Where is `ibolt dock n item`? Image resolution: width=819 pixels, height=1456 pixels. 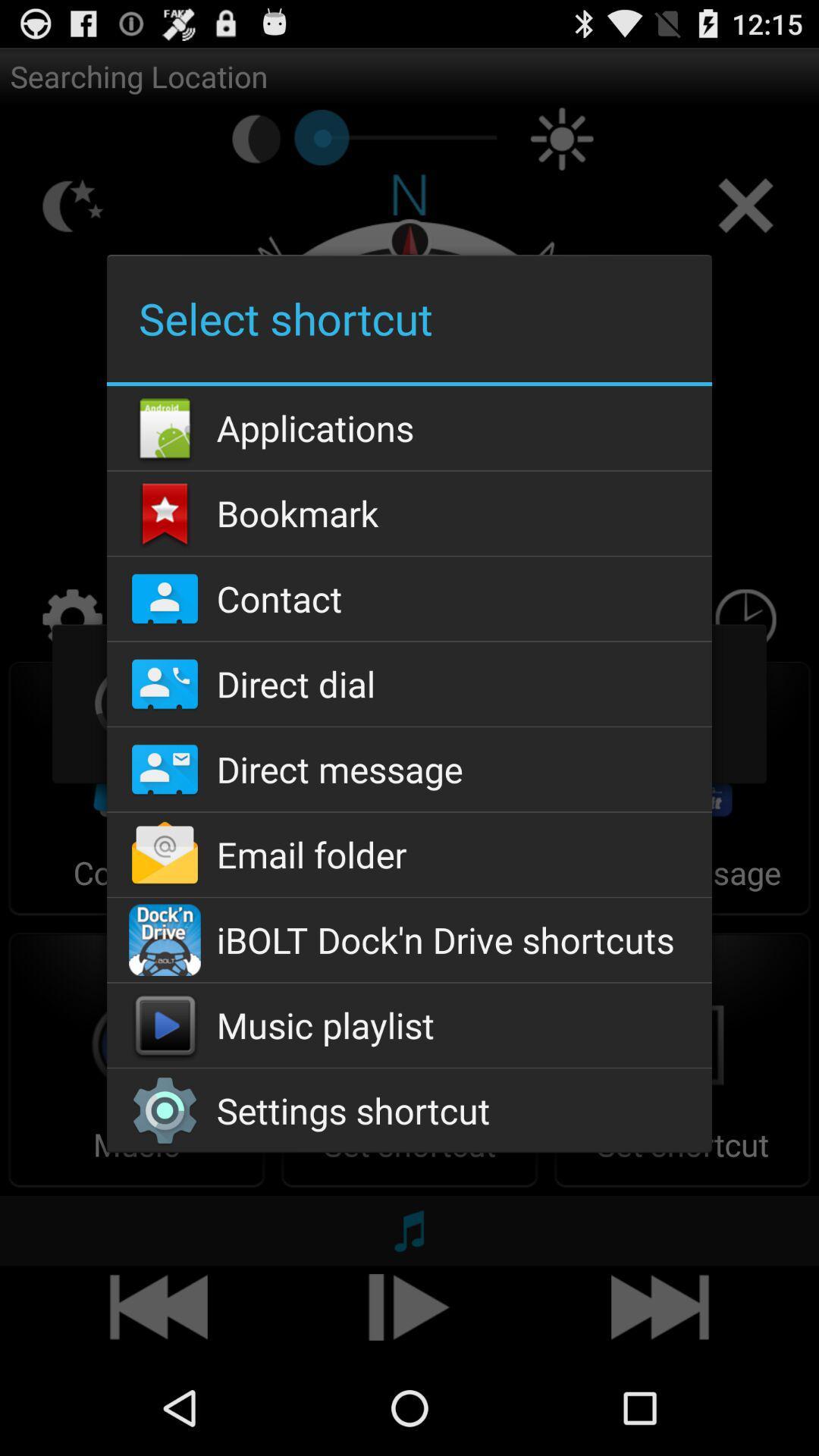
ibolt dock n item is located at coordinates (409, 939).